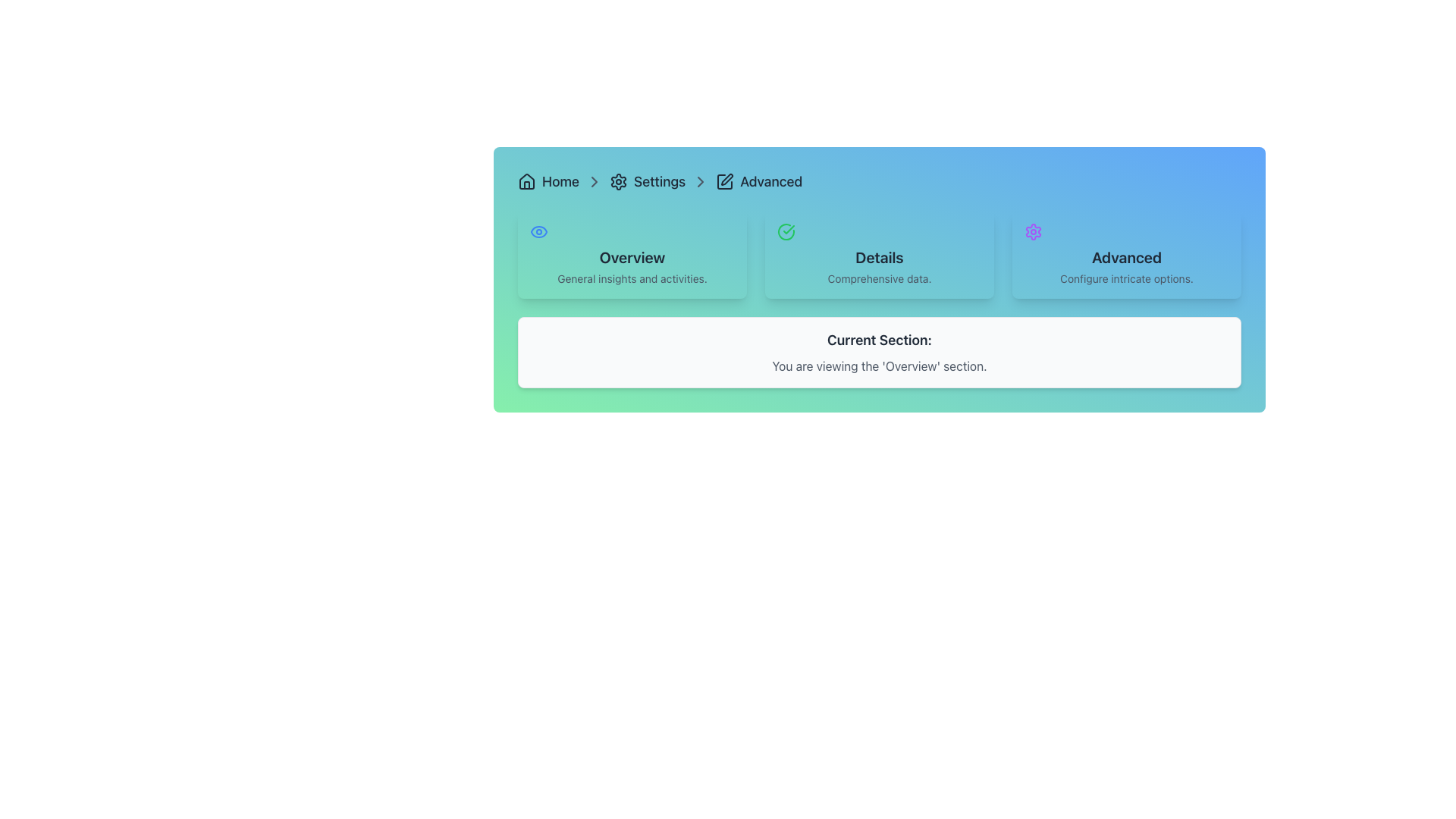 The width and height of the screenshot is (1456, 819). Describe the element at coordinates (1127, 278) in the screenshot. I see `the descriptive label text providing additional information about the 'Advanced' section, located below the title 'Advanced' on the far-right side of the layout` at that location.